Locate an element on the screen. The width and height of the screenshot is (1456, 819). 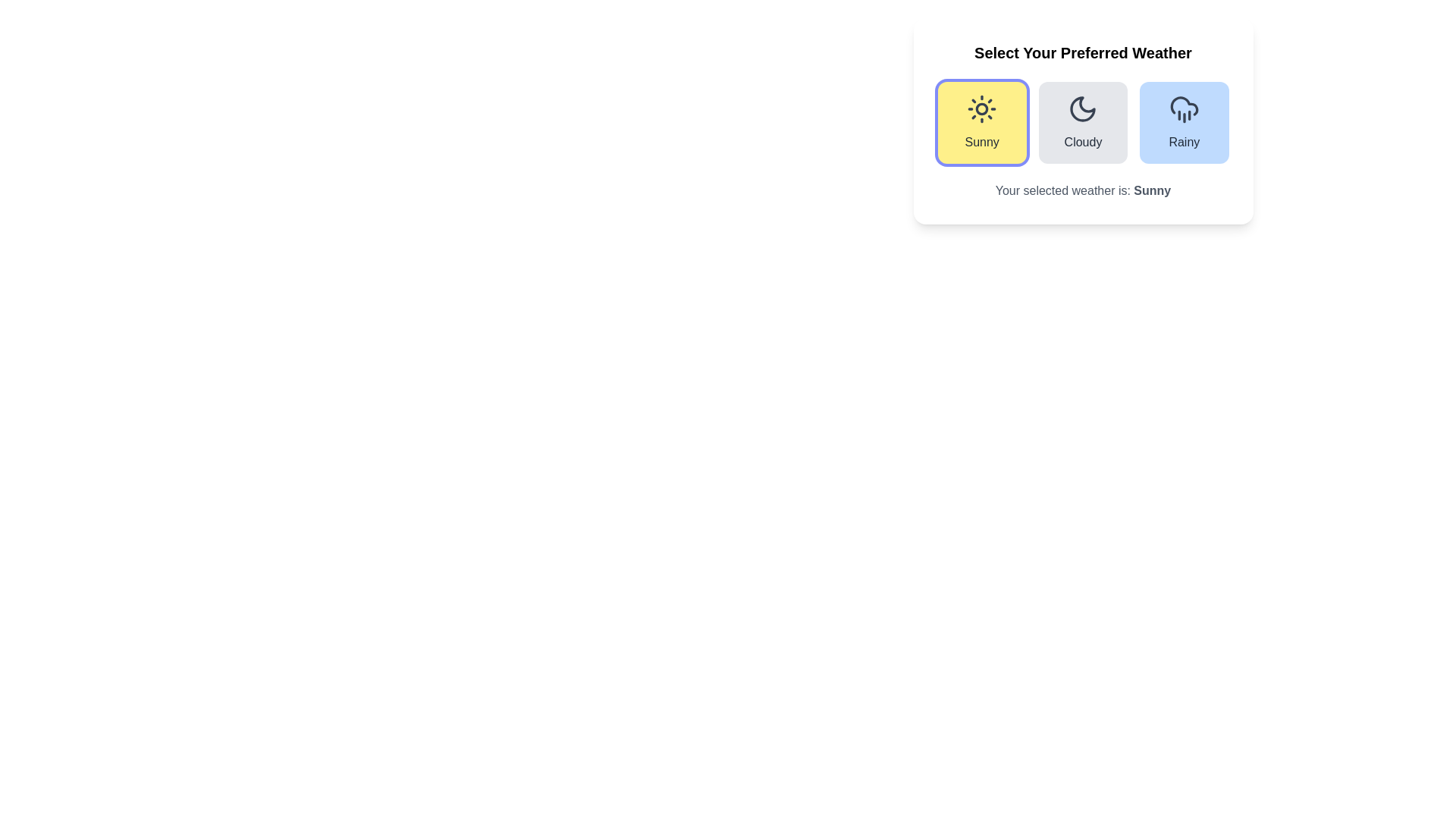
the sun icon located in the highlighted section labeled 'Sunny', which is positioned above the word 'Sunny' within the weather options is located at coordinates (982, 108).